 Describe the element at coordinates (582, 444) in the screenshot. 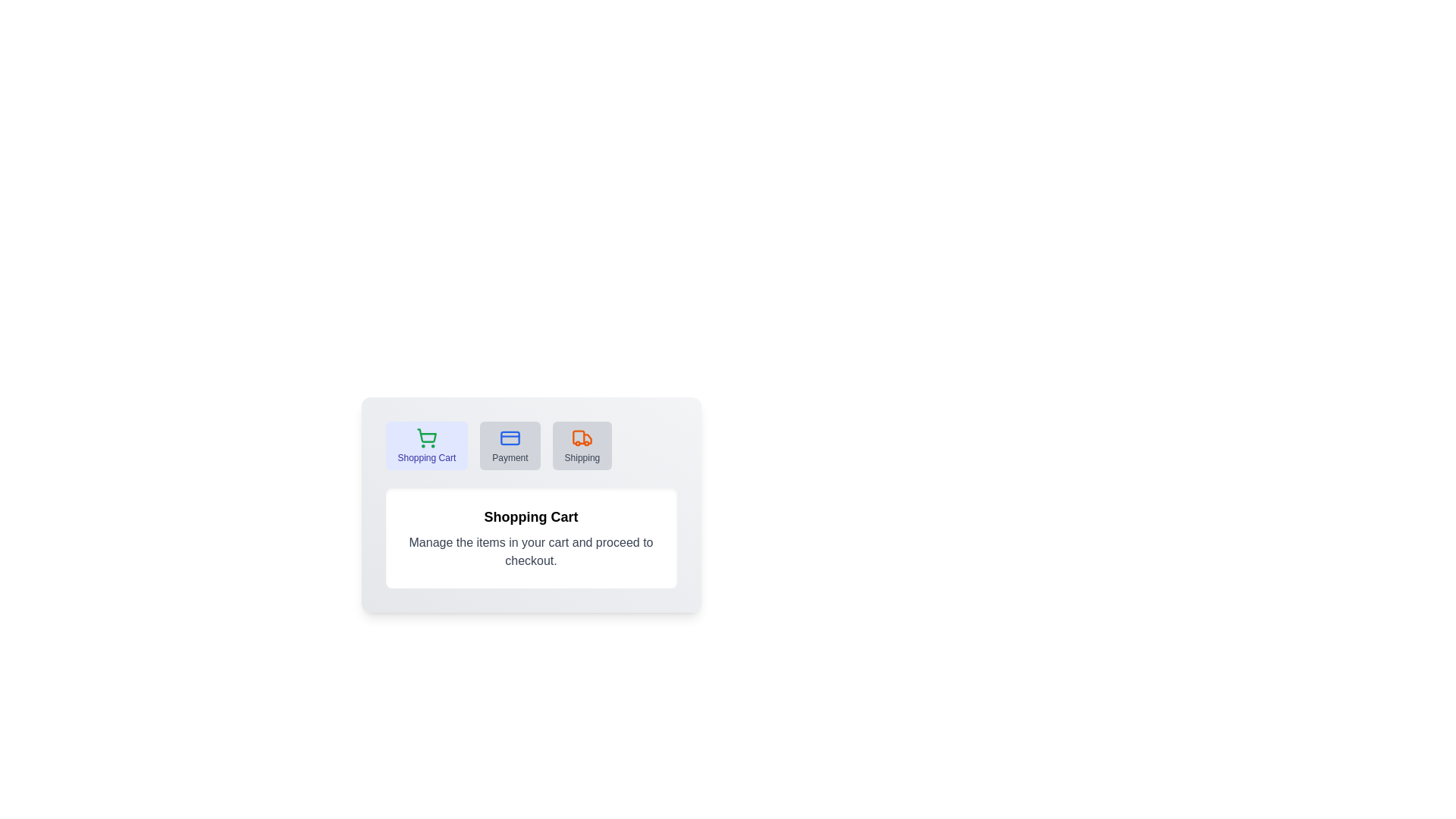

I see `the tab labeled 'Shipping' to observe its hover effect` at that location.